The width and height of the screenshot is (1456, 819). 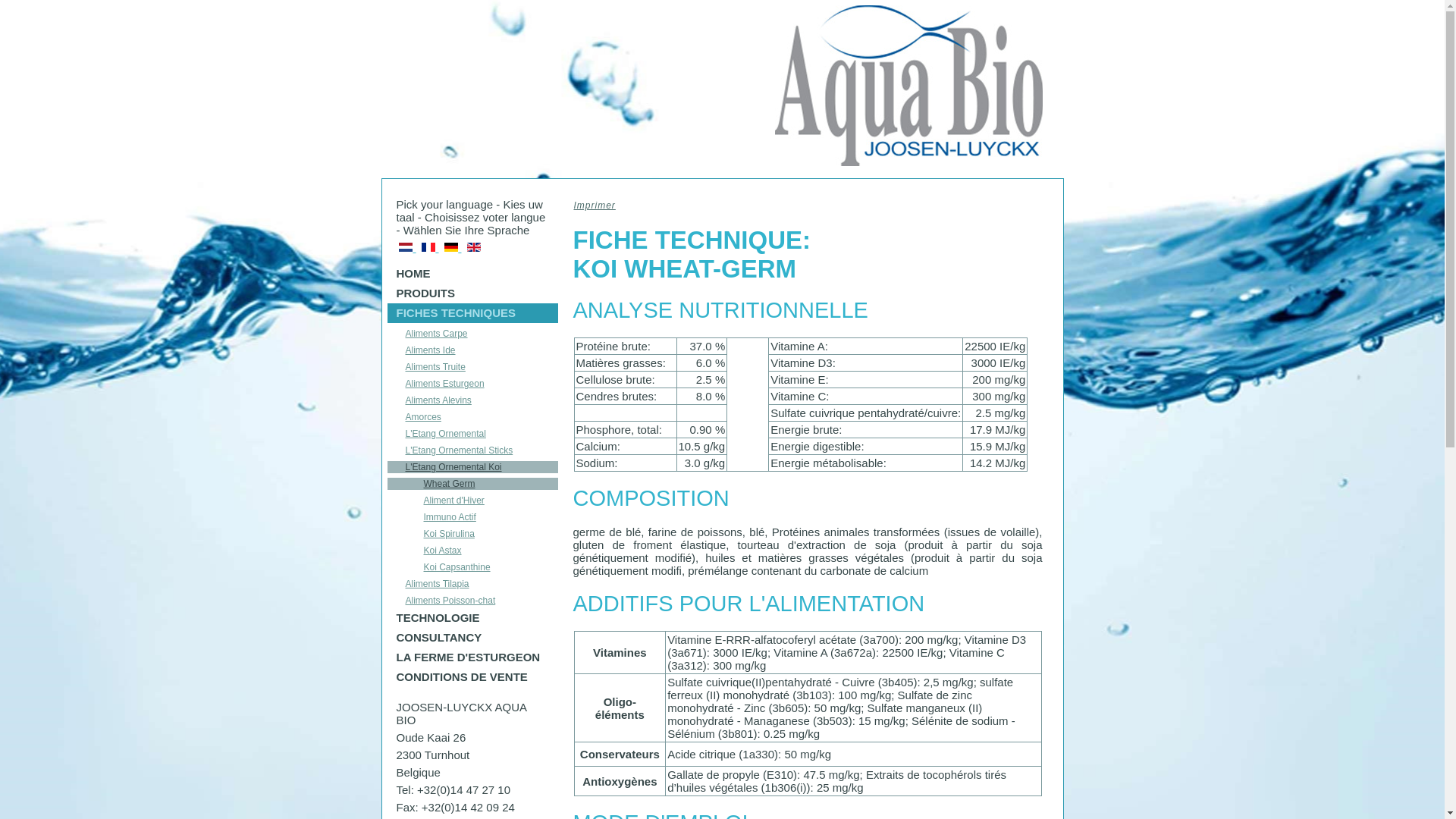 What do you see at coordinates (472, 246) in the screenshot?
I see `'English (UK)'` at bounding box center [472, 246].